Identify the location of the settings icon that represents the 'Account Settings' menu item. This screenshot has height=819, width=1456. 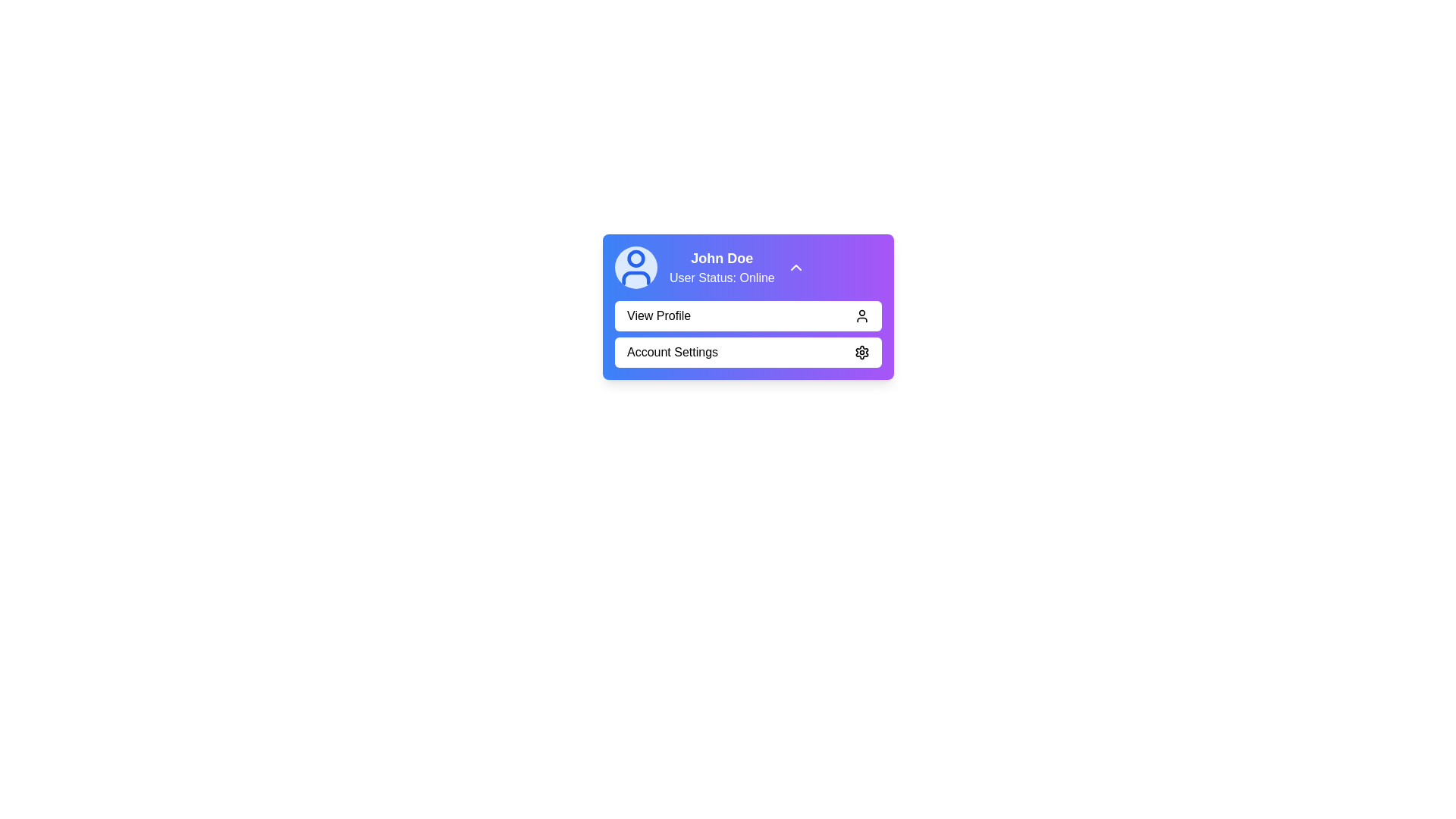
(862, 353).